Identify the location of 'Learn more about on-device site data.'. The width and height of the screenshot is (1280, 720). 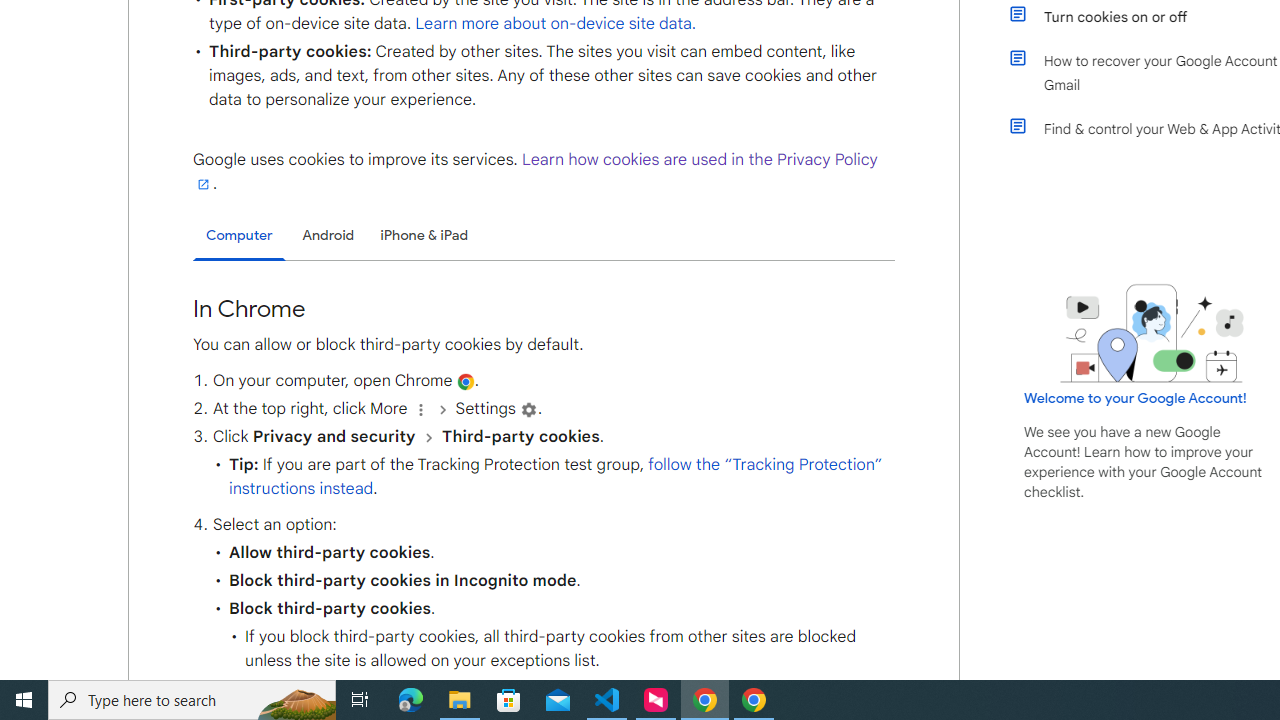
(556, 23).